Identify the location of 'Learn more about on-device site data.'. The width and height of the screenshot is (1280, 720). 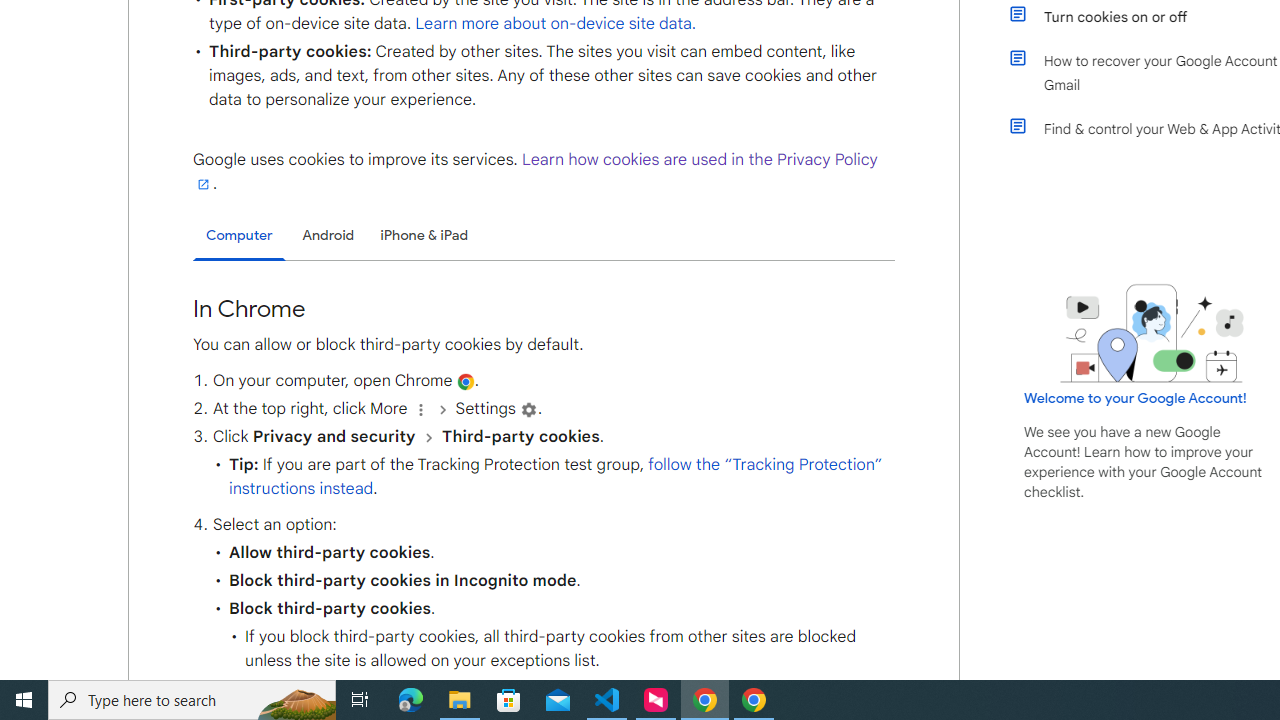
(556, 23).